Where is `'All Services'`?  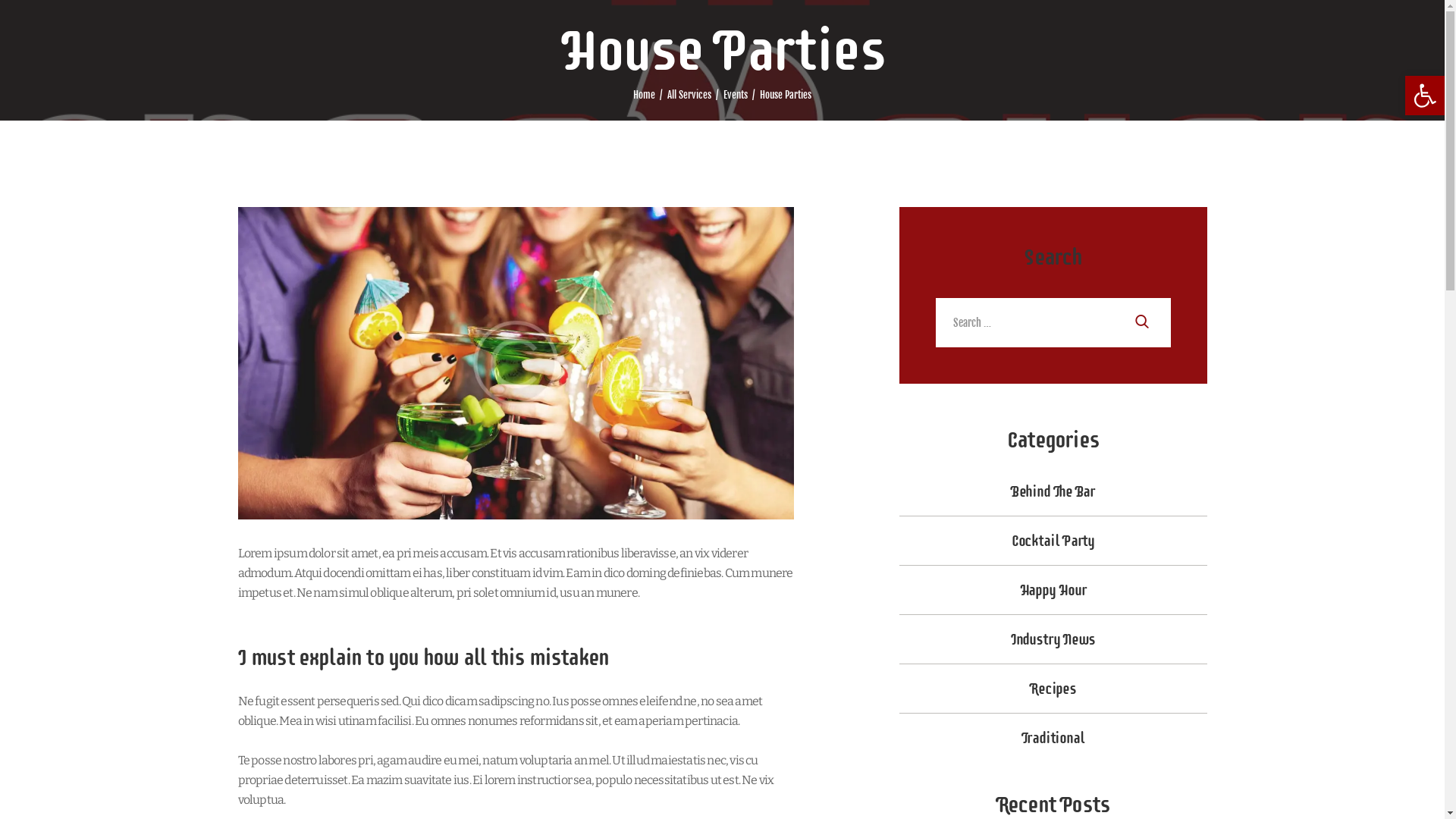
'All Services' is located at coordinates (688, 94).